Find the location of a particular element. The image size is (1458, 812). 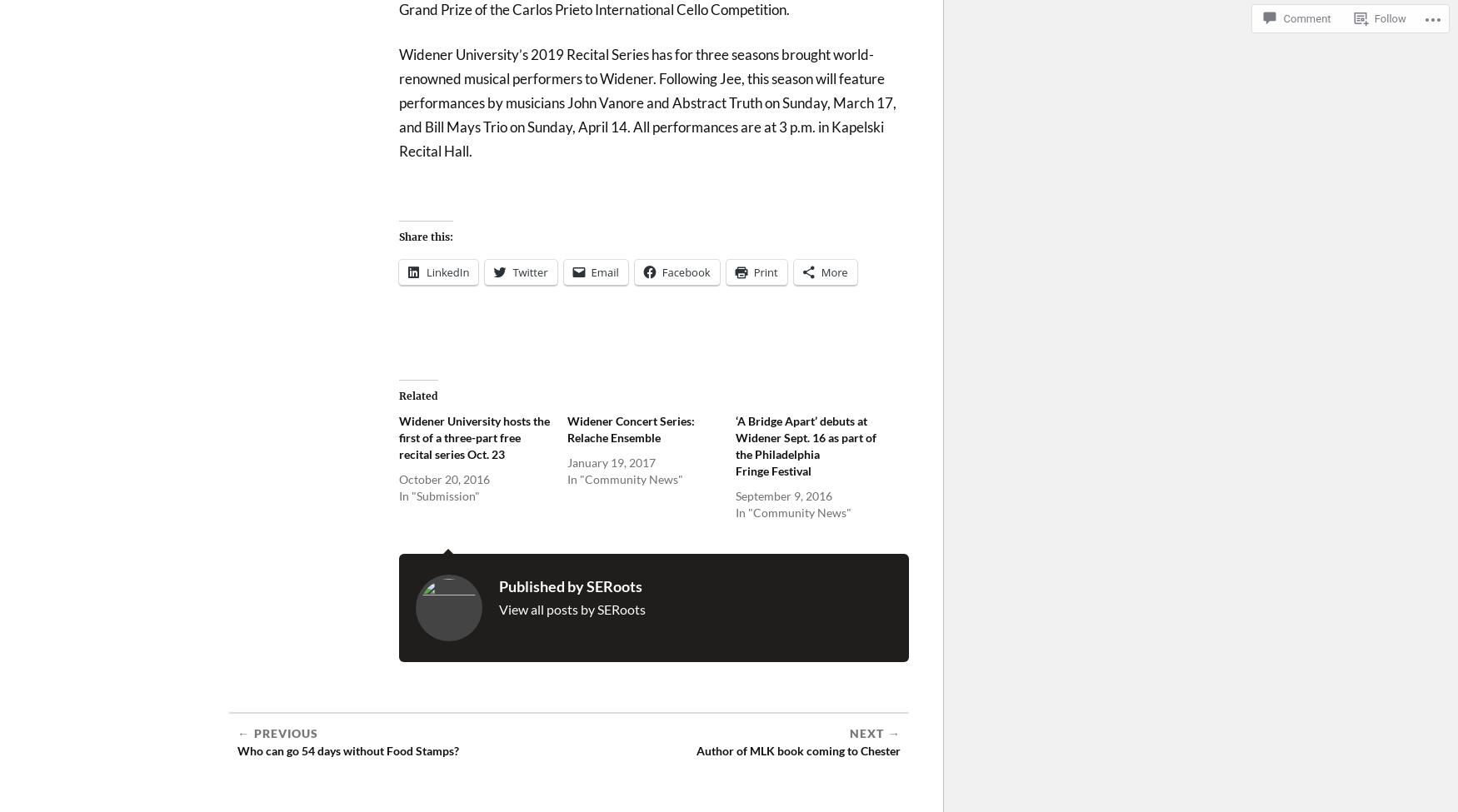

'Related' is located at coordinates (417, 396).